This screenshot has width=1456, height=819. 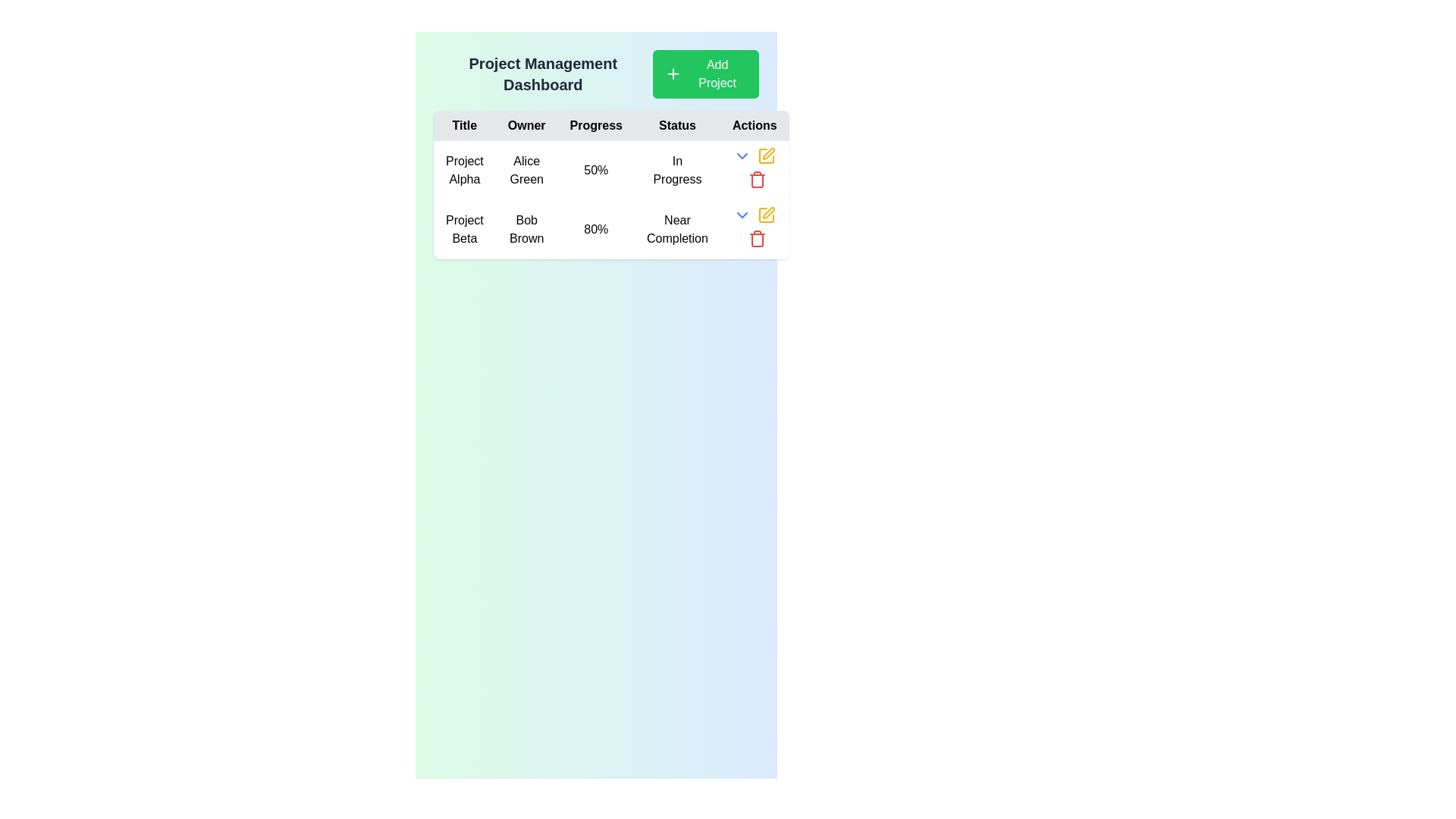 I want to click on the 'Status' table header cell, which is the fourth header in a row of table headers, positioned between 'Progress' and 'Actions', so click(x=676, y=124).